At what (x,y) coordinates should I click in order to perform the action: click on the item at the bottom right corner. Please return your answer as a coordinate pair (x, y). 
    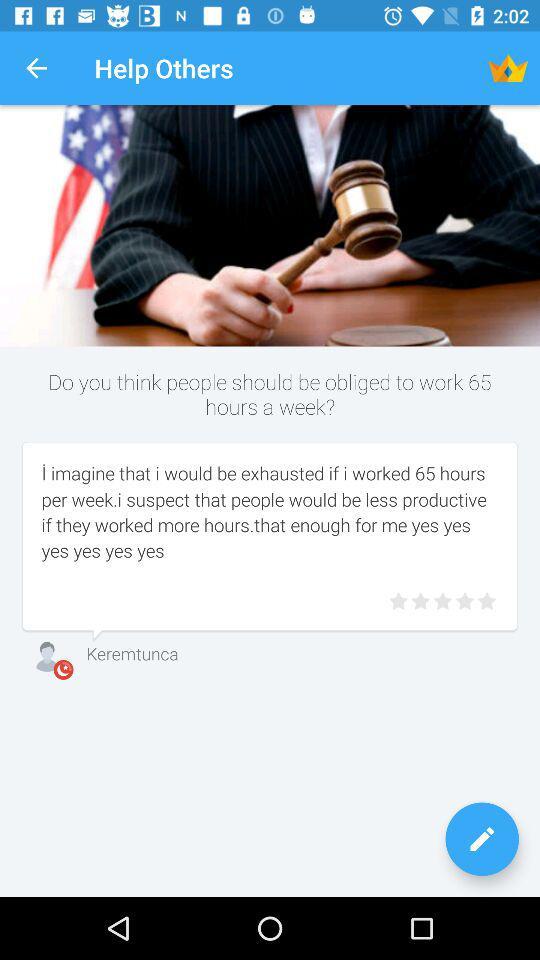
    Looking at the image, I should click on (481, 839).